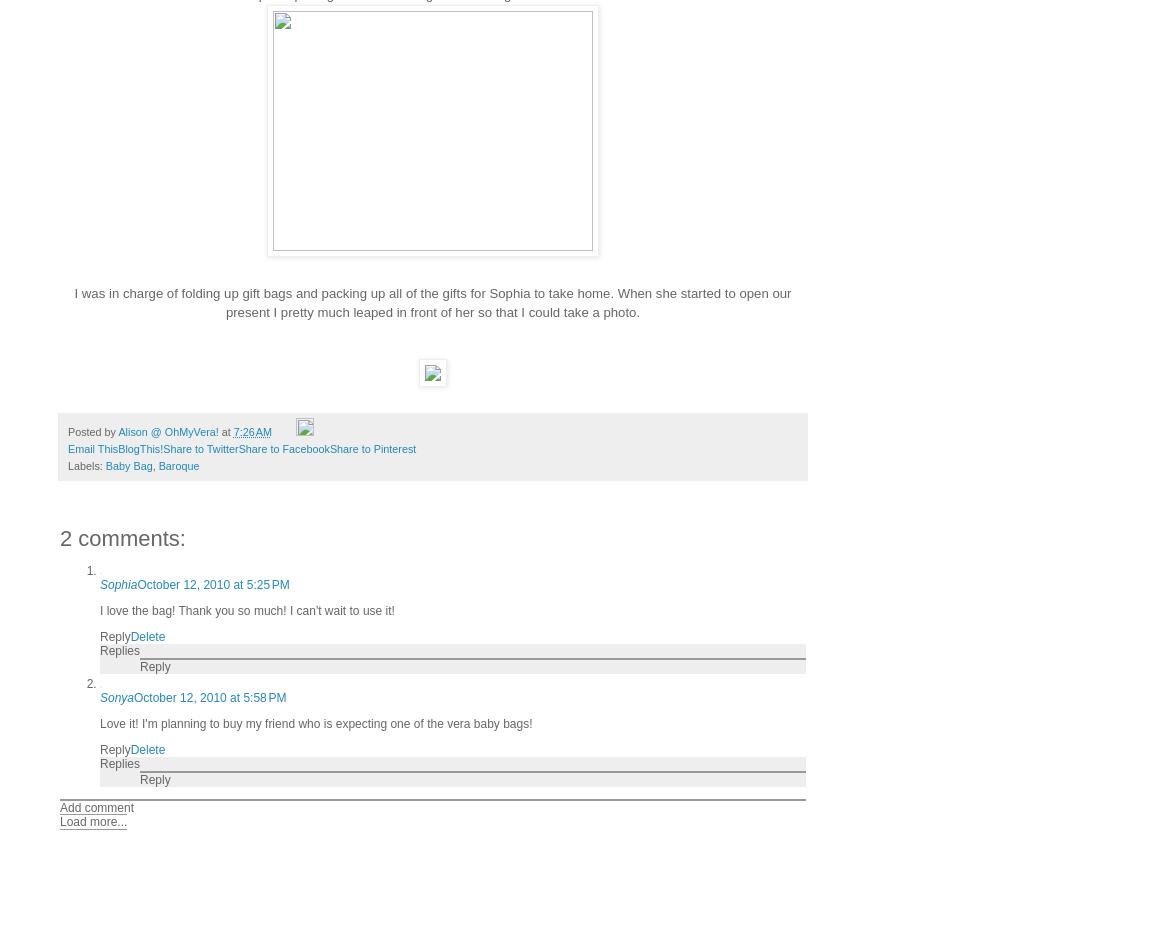  Describe the element at coordinates (127, 465) in the screenshot. I see `'Baby Bag'` at that location.